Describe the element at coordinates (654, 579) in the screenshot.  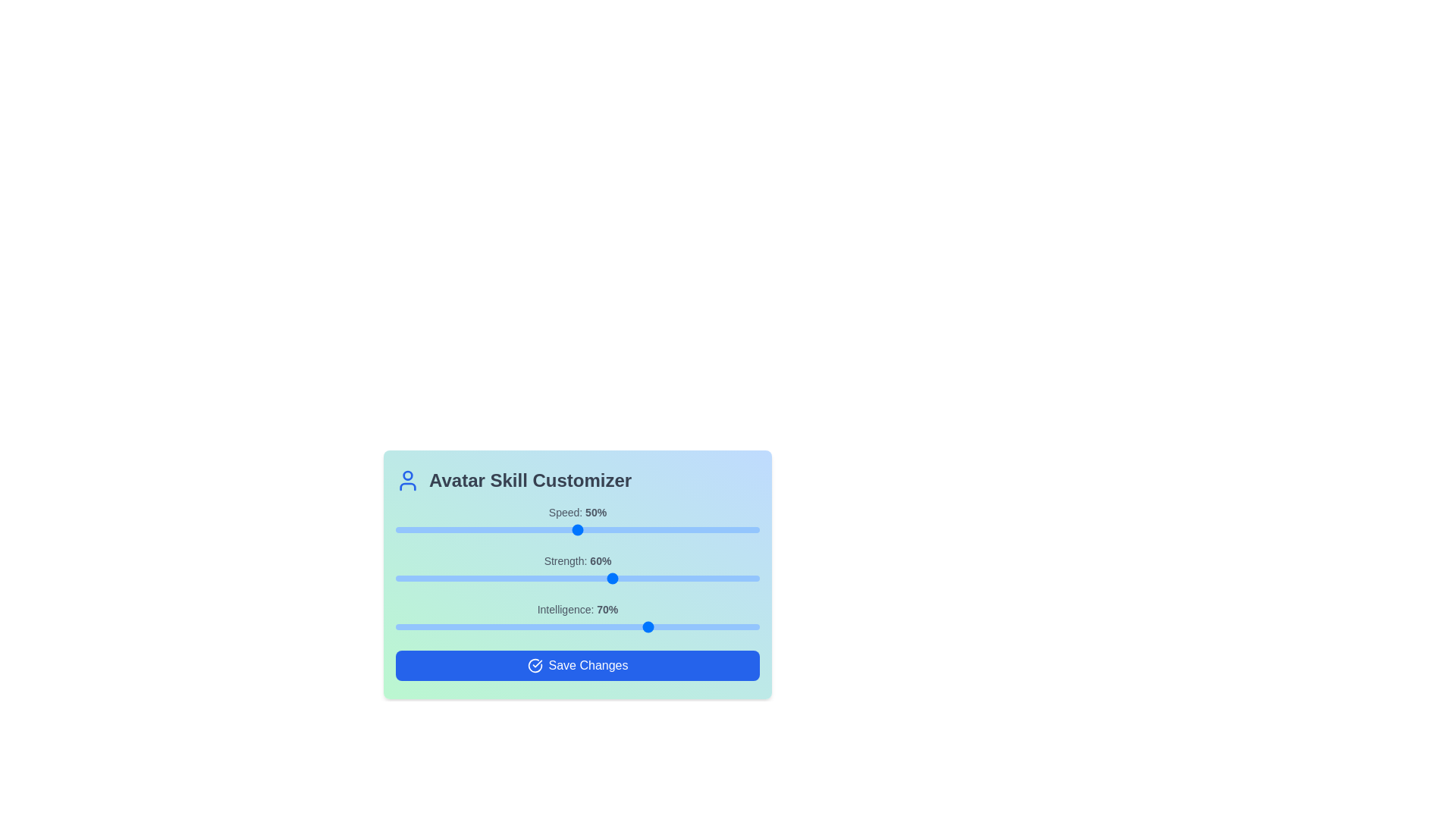
I see `the strength attribute` at that location.